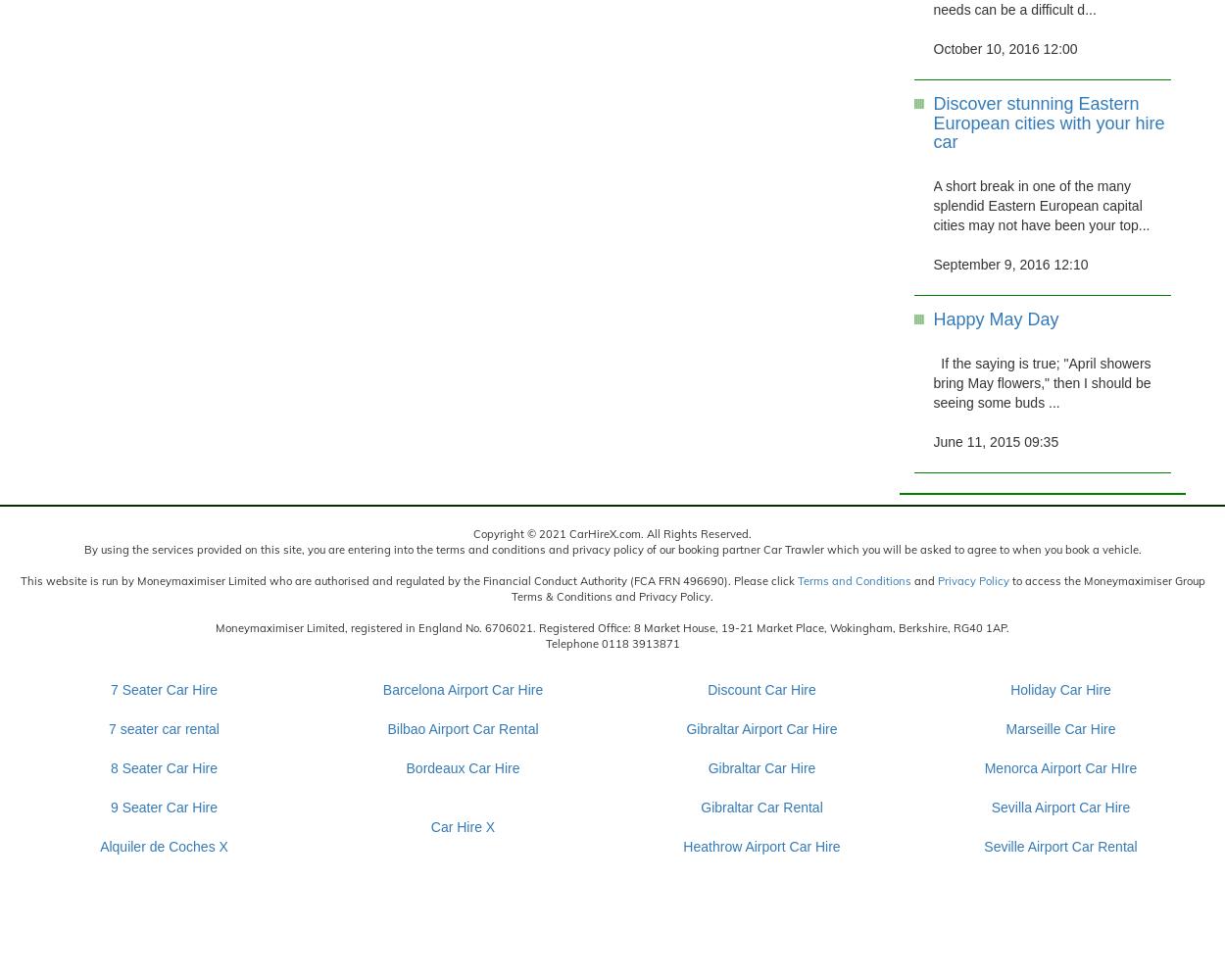 The width and height of the screenshot is (1225, 980). I want to click on 'Barcelona Airport Car Hire', so click(382, 688).